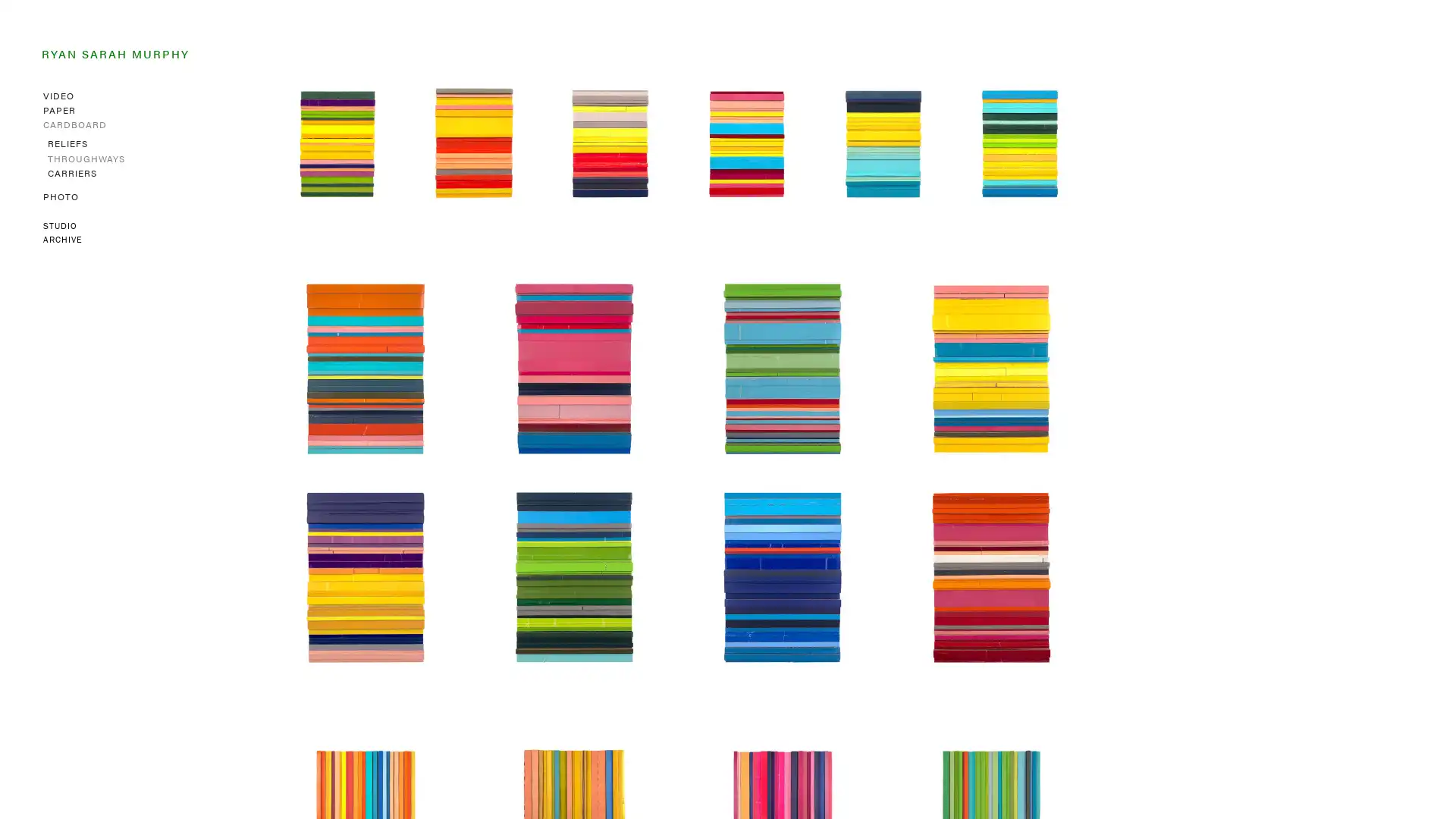  Describe the element at coordinates (783, 577) in the screenshot. I see `View fullsize Throughway - Blue (Site) , 2020 Unpainted cardboard and glue on Arches paper 11 x 7.5 inches` at that location.